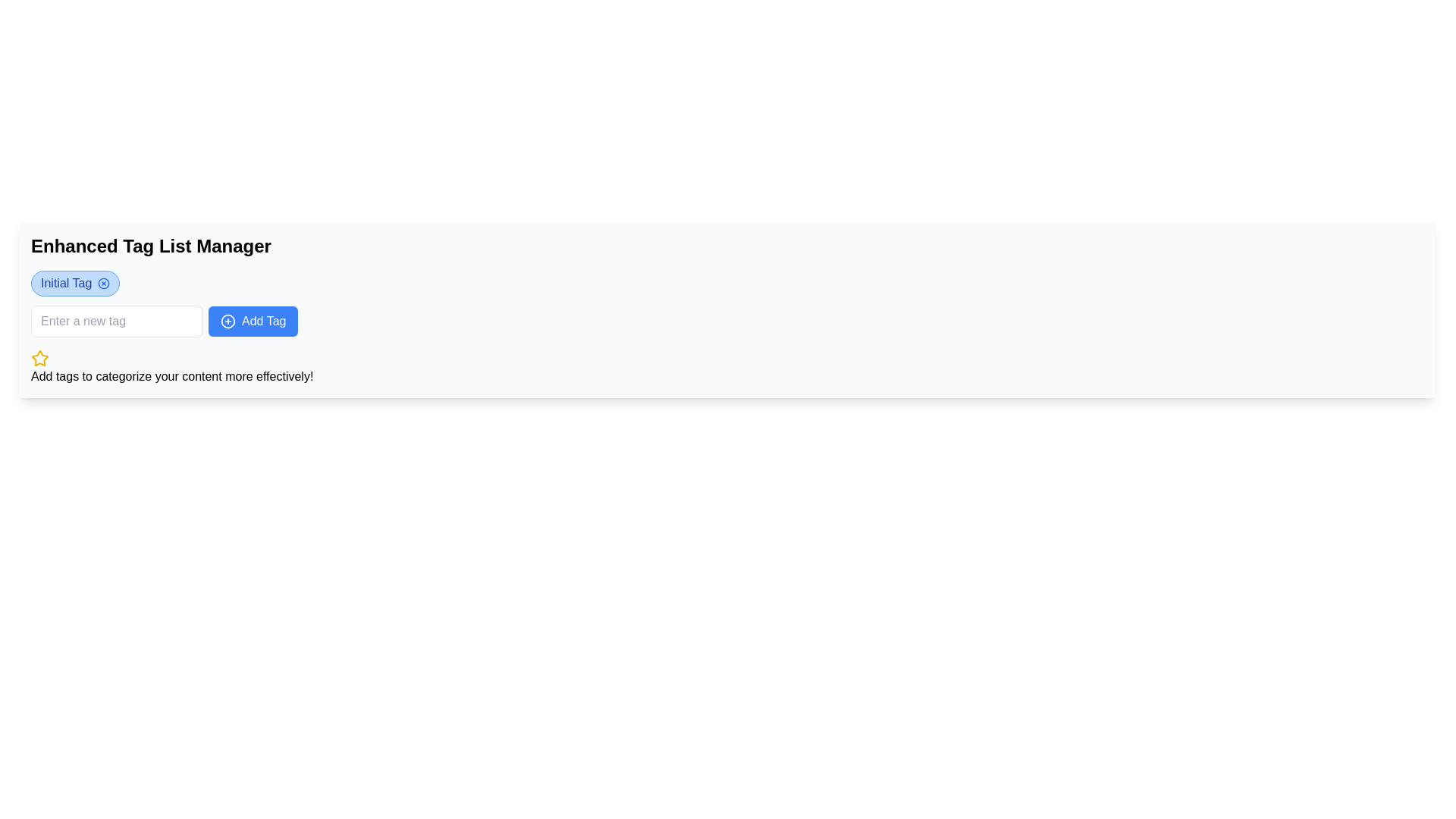 This screenshot has height=819, width=1456. I want to click on the SVG graphic star icon with a yellow fill located in the bottom-left section of the interface, underneath the text input and button group, so click(39, 358).